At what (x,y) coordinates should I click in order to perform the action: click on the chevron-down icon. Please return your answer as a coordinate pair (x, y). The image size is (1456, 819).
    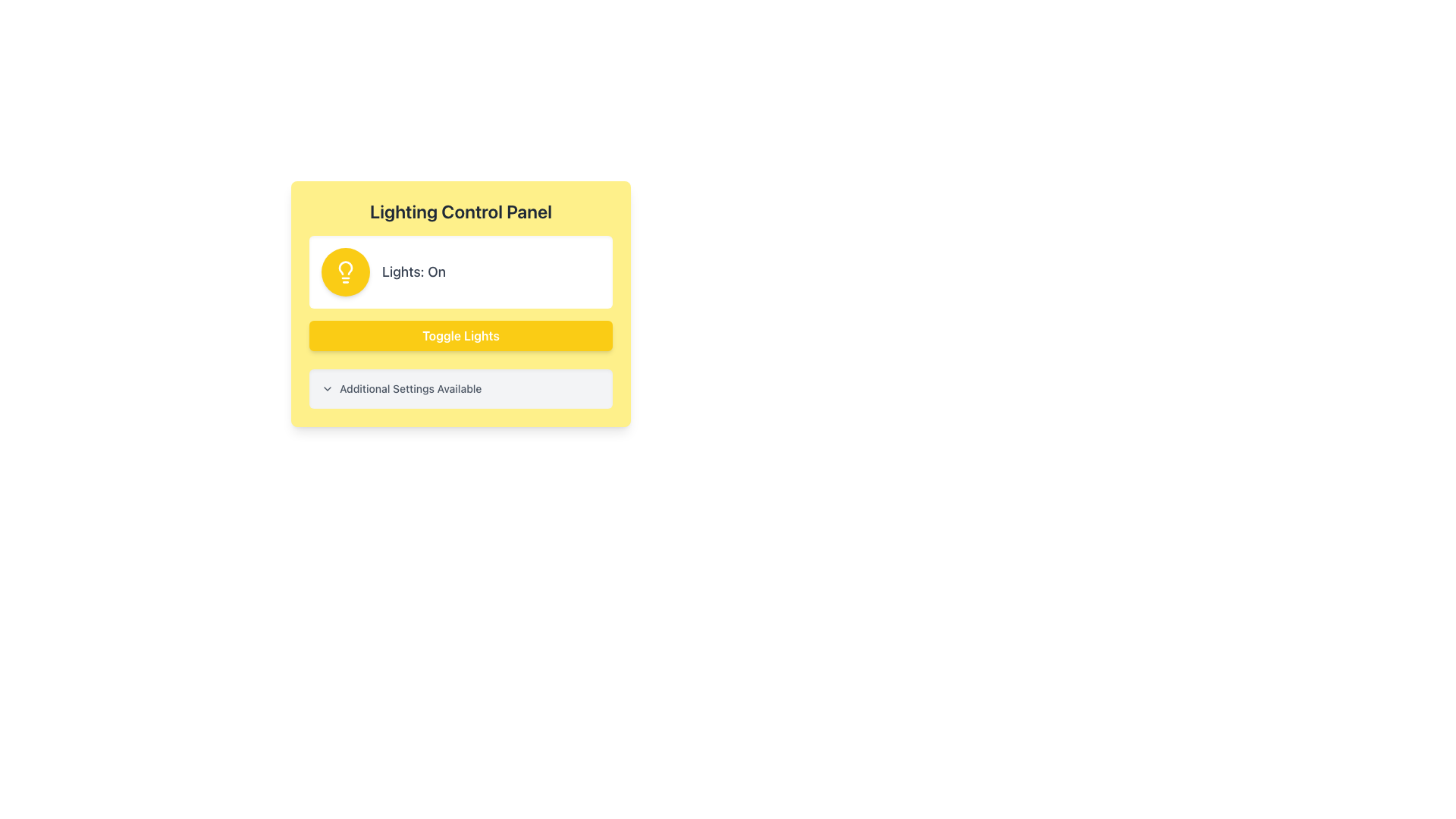
    Looking at the image, I should click on (327, 388).